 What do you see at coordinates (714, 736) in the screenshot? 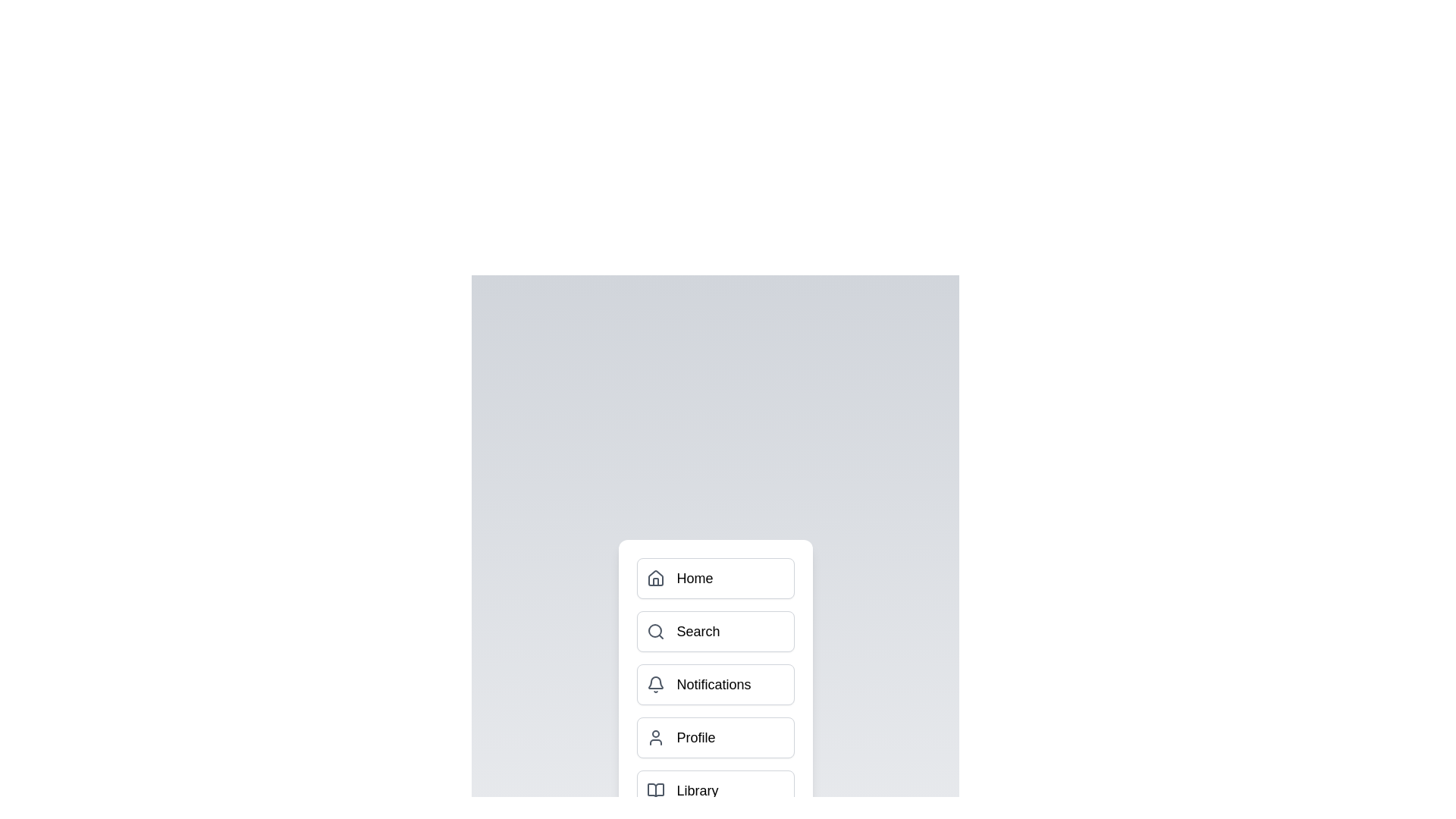
I see `the menu item button labeled Profile to toggle its submenu` at bounding box center [714, 736].